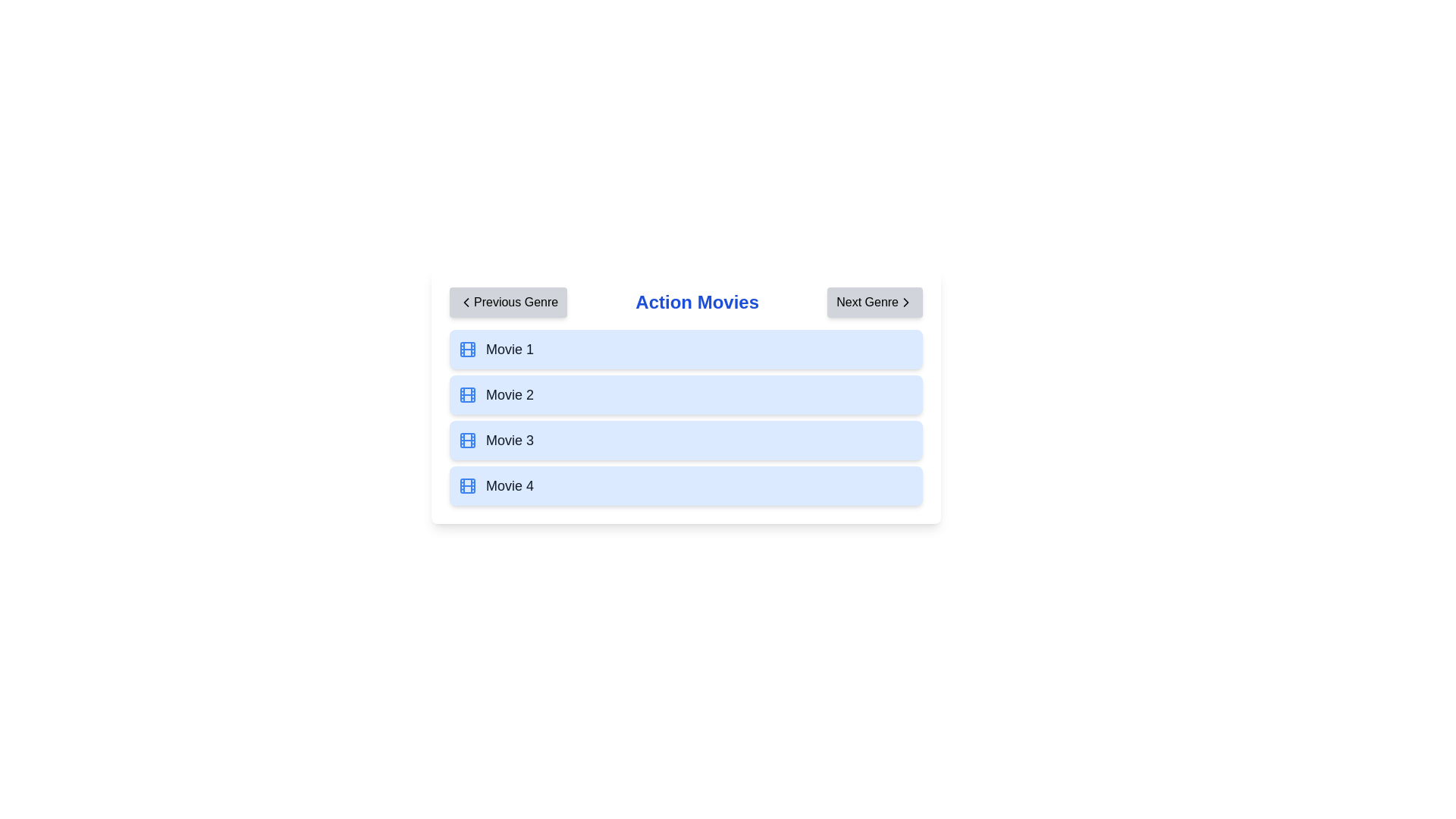 This screenshot has width=1456, height=819. I want to click on the SVG shape representing the film reel icon for 'Movie 2' located in the second row of the 'Action Movies' section, so click(467, 394).